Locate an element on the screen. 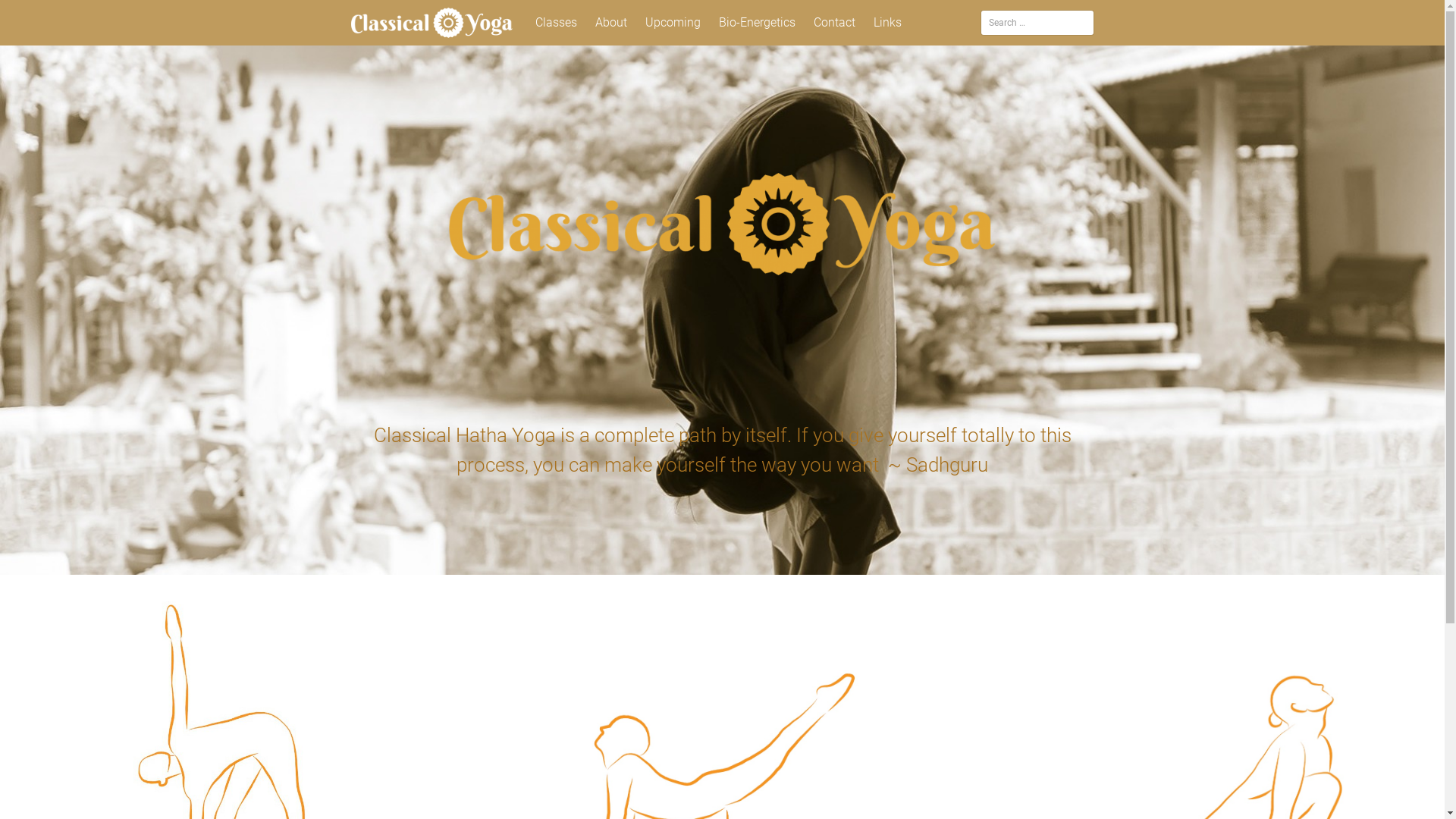 Image resolution: width=1456 pixels, height=819 pixels. 'Classes' is located at coordinates (528, 23).